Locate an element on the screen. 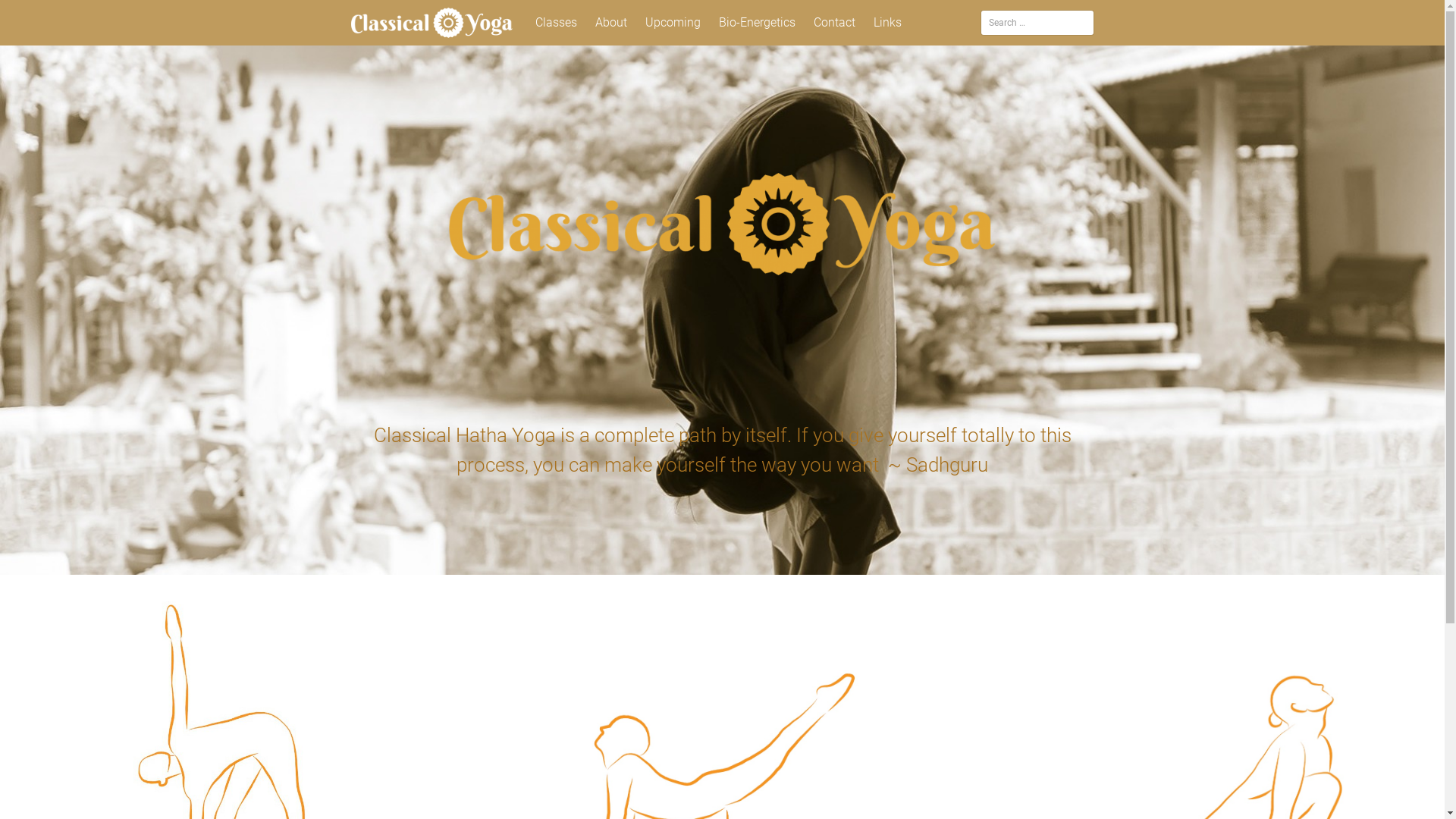 Image resolution: width=1456 pixels, height=819 pixels. 'Classes' is located at coordinates (528, 23).